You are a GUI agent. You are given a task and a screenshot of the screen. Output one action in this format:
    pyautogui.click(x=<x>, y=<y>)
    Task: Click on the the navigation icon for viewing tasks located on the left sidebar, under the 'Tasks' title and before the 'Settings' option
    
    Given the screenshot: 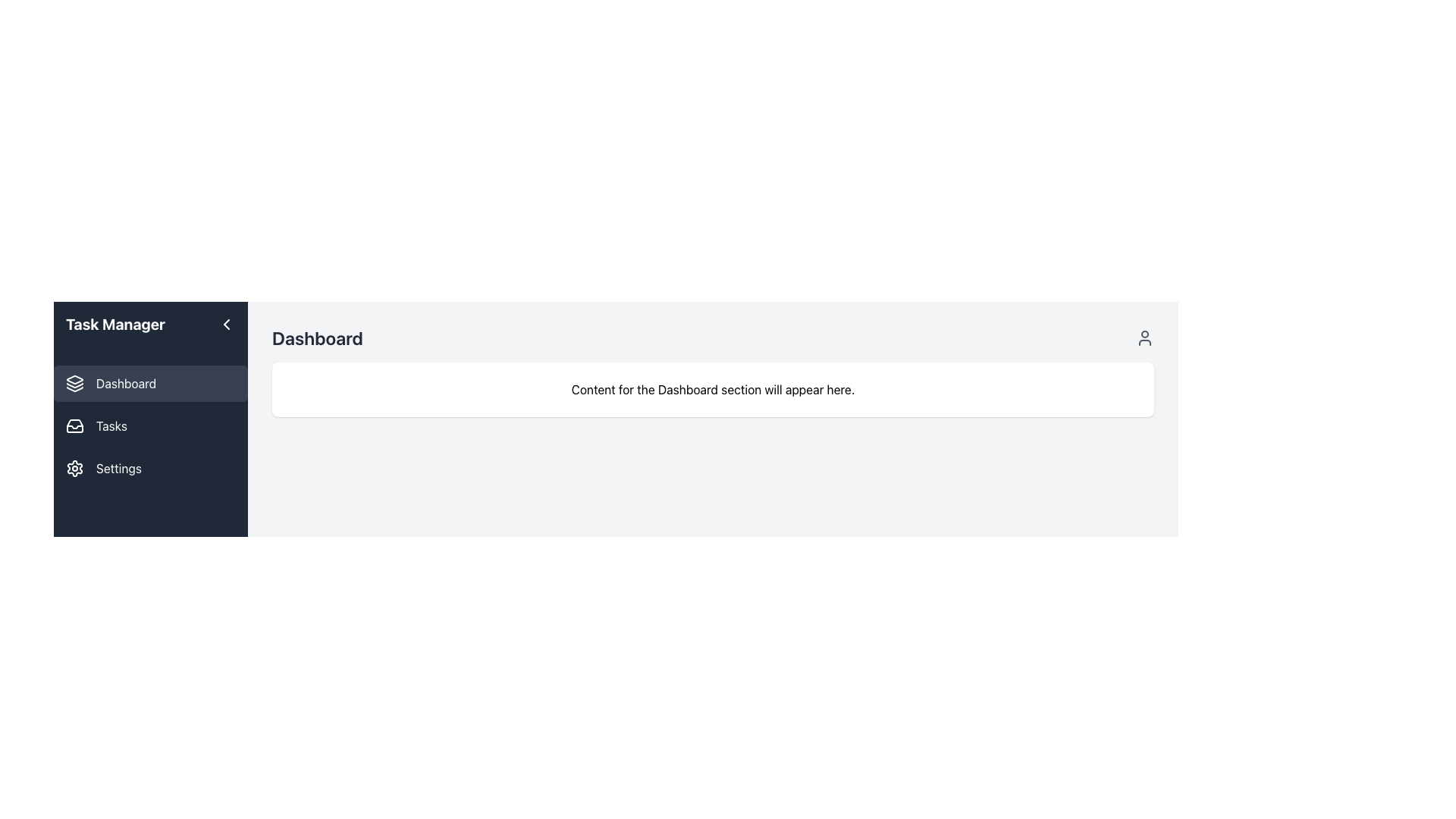 What is the action you would take?
    pyautogui.click(x=74, y=426)
    